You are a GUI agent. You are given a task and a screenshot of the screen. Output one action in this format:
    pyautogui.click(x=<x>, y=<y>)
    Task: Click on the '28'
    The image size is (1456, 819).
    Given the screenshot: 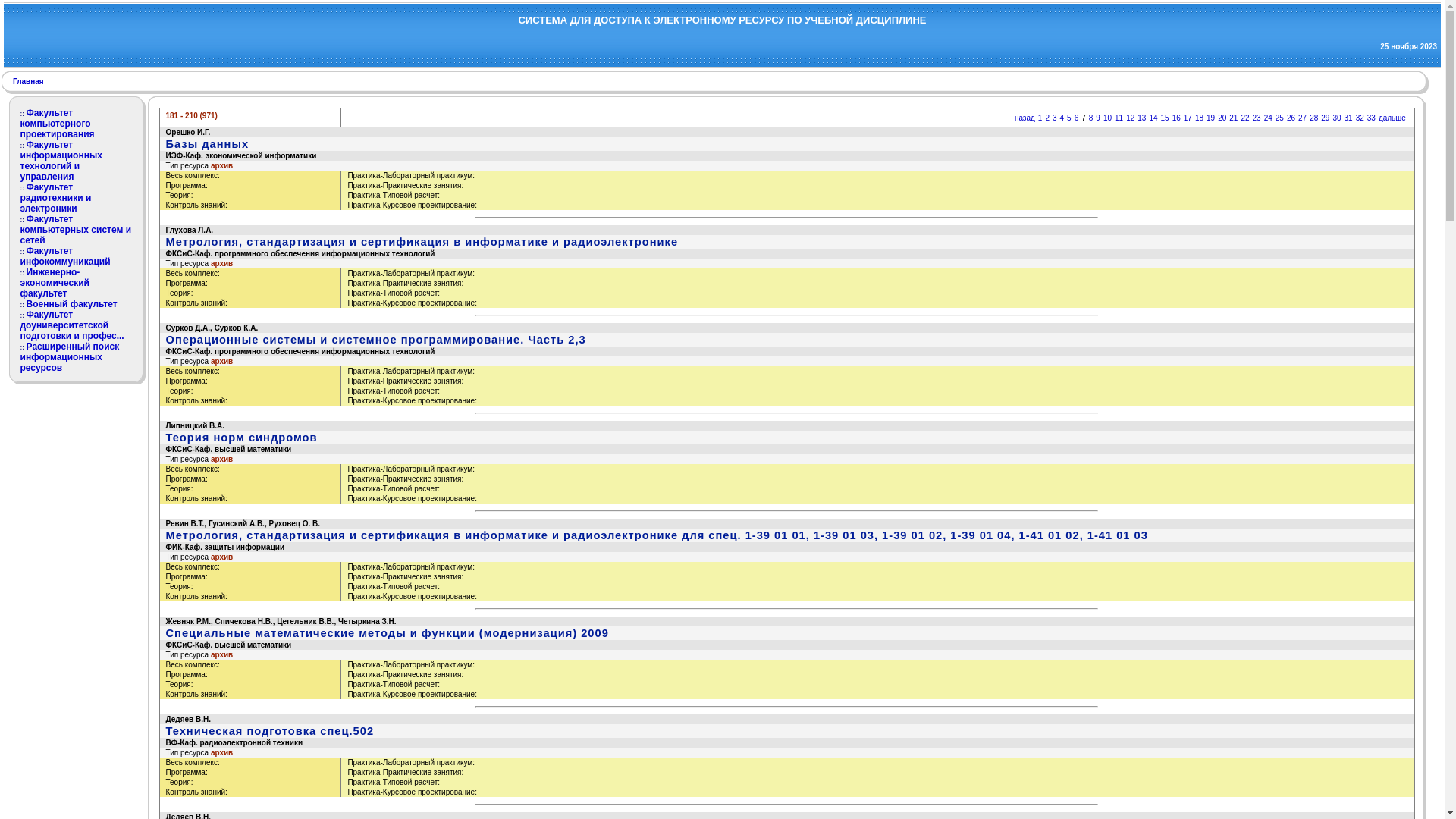 What is the action you would take?
    pyautogui.click(x=1313, y=117)
    